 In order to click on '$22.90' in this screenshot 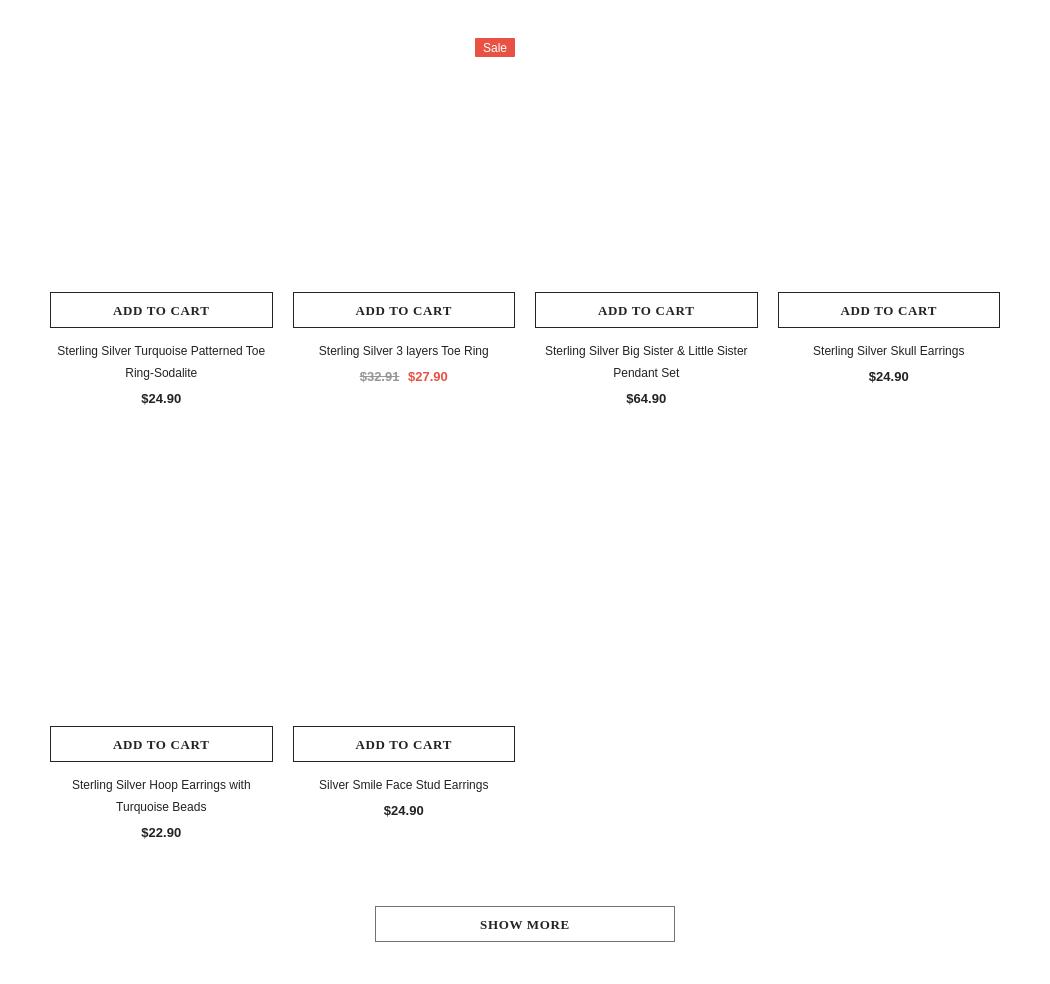, I will do `click(160, 831)`.